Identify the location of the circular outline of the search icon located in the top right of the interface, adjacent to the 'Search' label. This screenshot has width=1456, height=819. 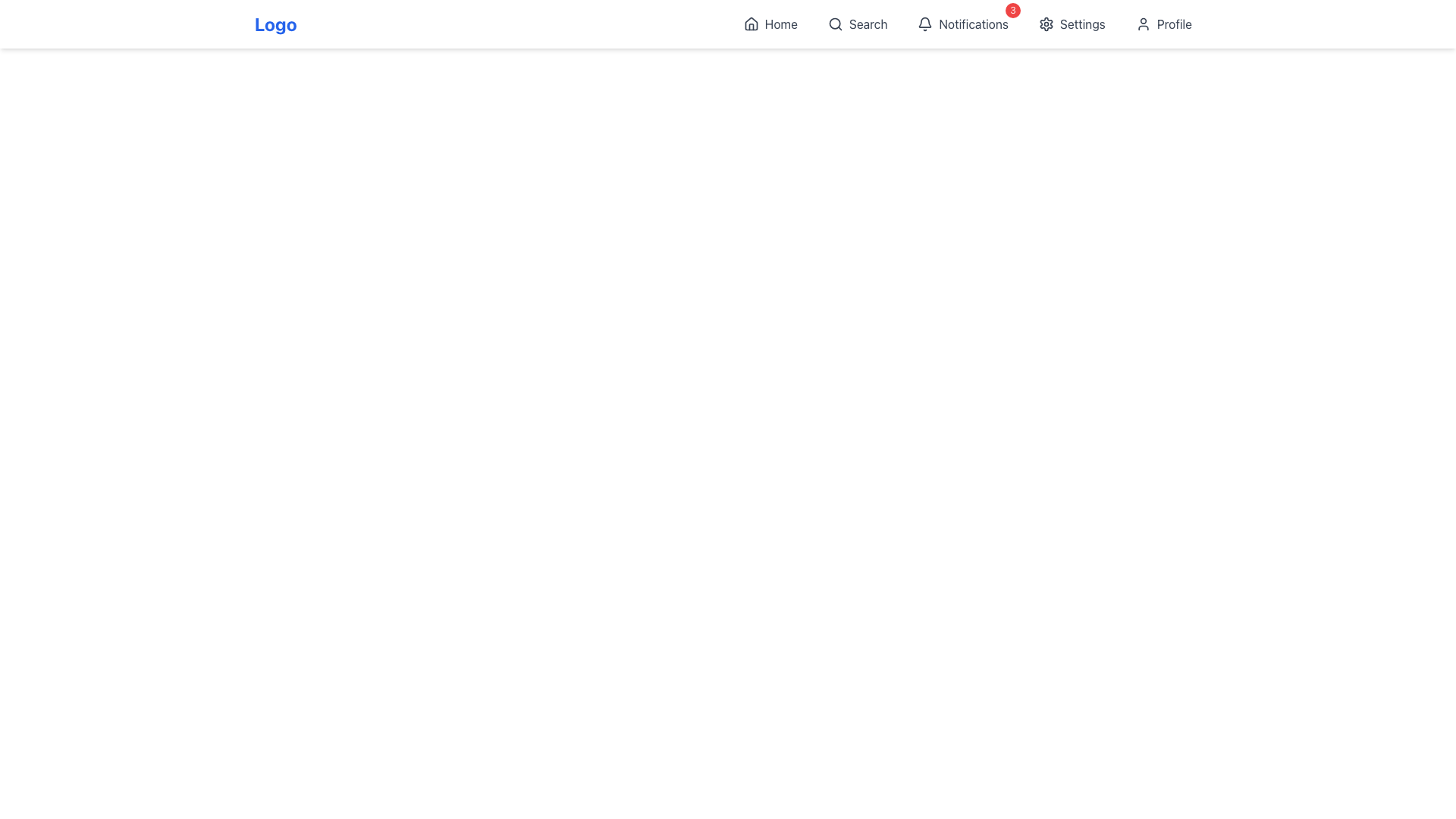
(834, 24).